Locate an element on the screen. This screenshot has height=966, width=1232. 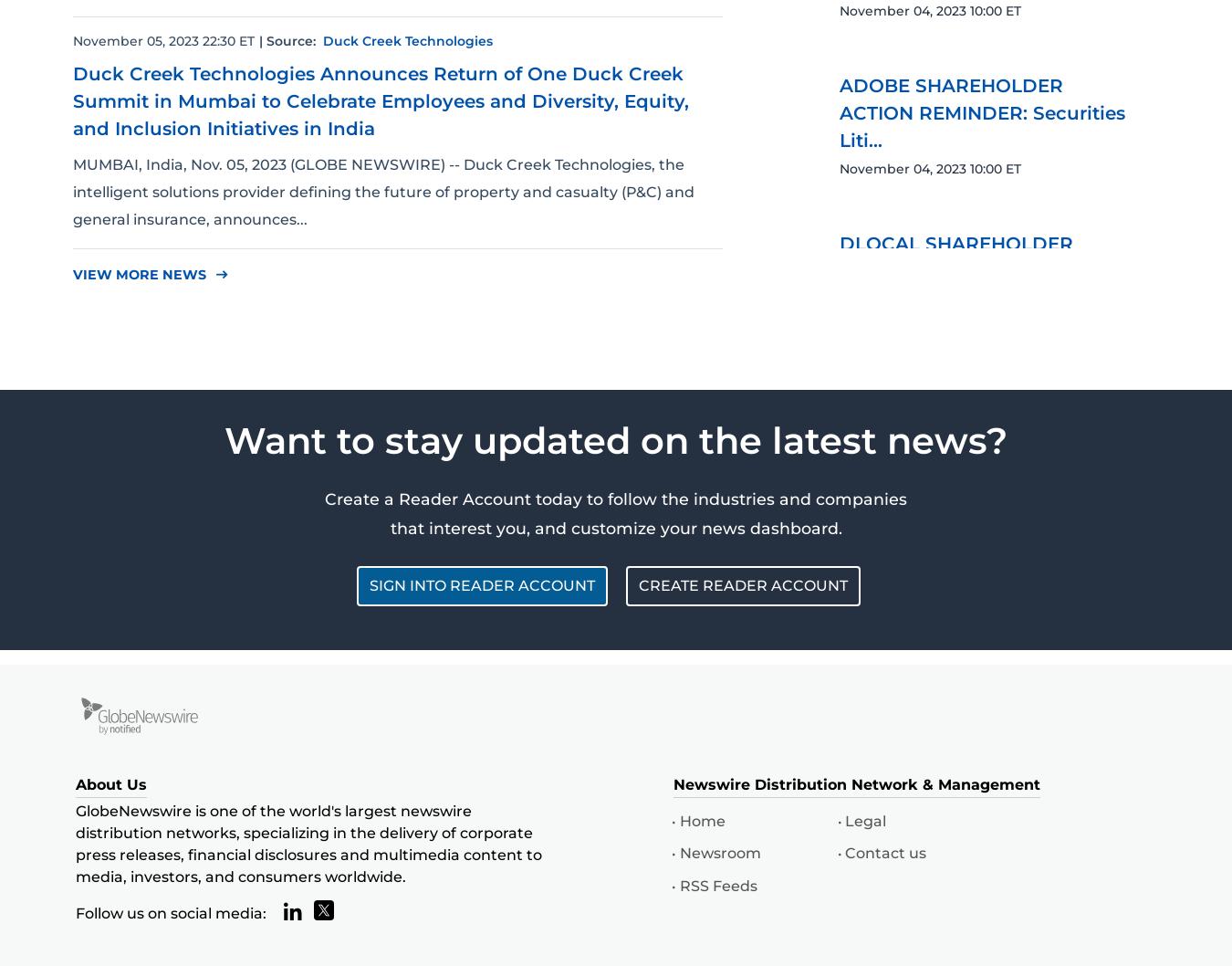
'ADOBE SHAREHOLDER ACTION REMINDER: Securities Liti...' is located at coordinates (839, 111).